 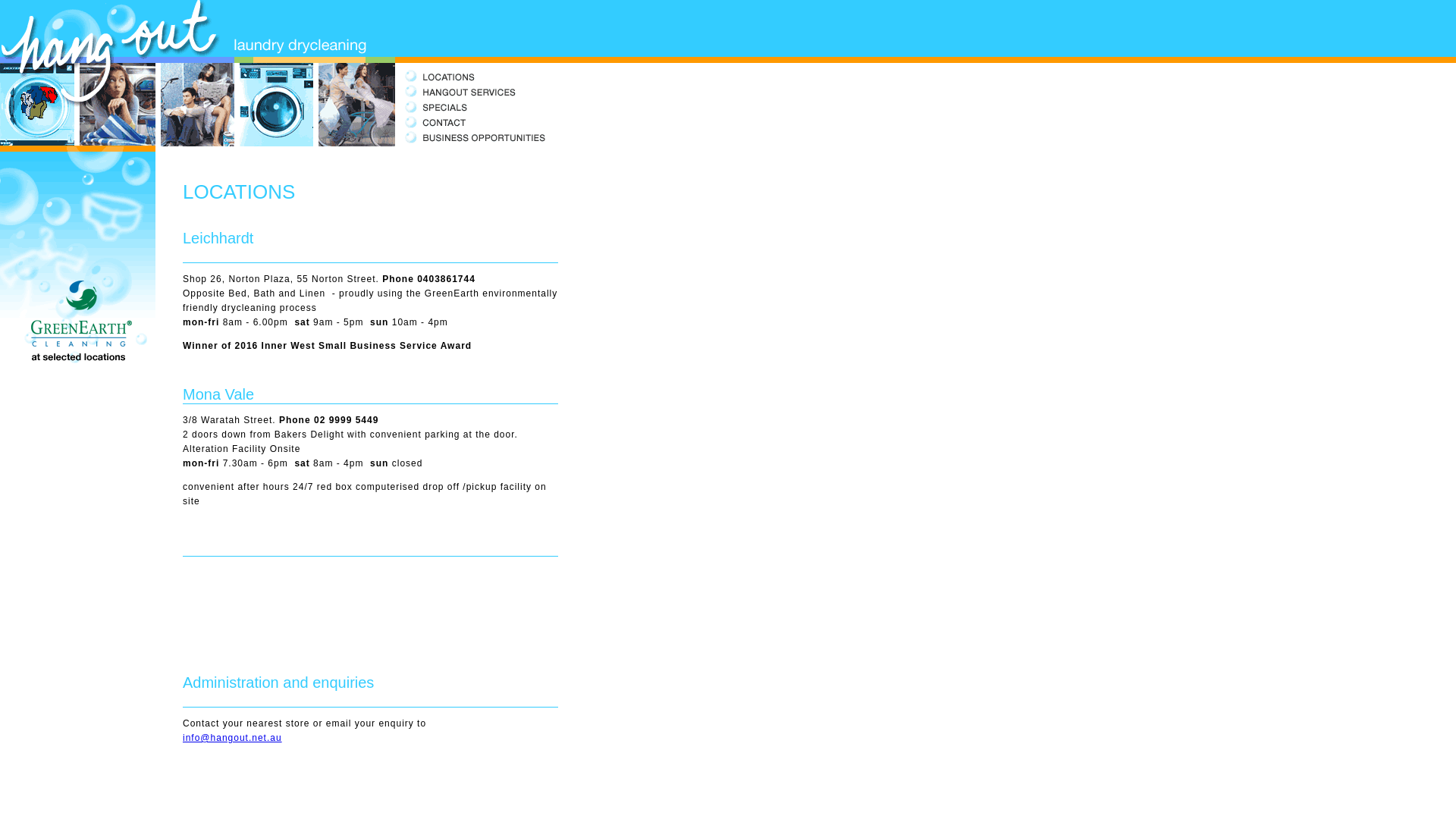 I want to click on 'info@hangout.net.au', so click(x=231, y=736).